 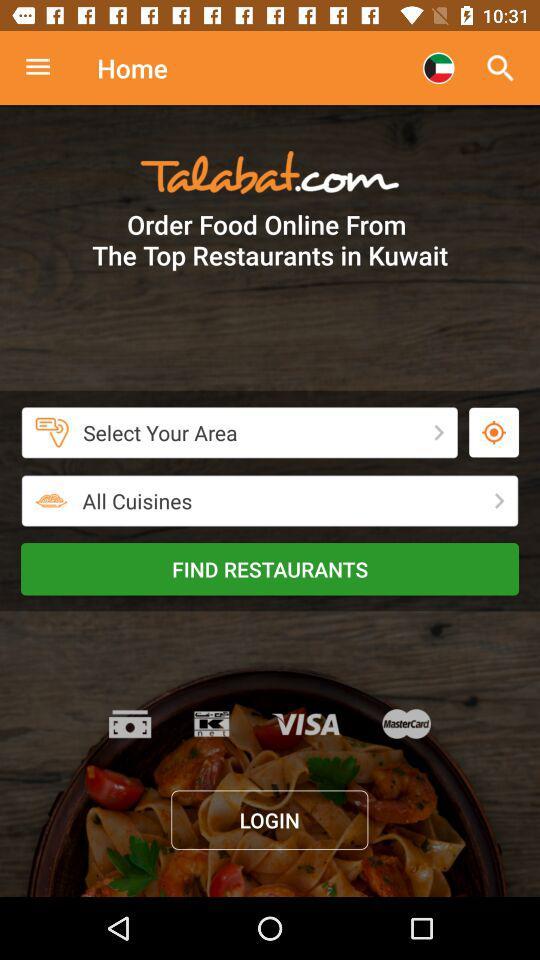 What do you see at coordinates (48, 68) in the screenshot?
I see `search option` at bounding box center [48, 68].